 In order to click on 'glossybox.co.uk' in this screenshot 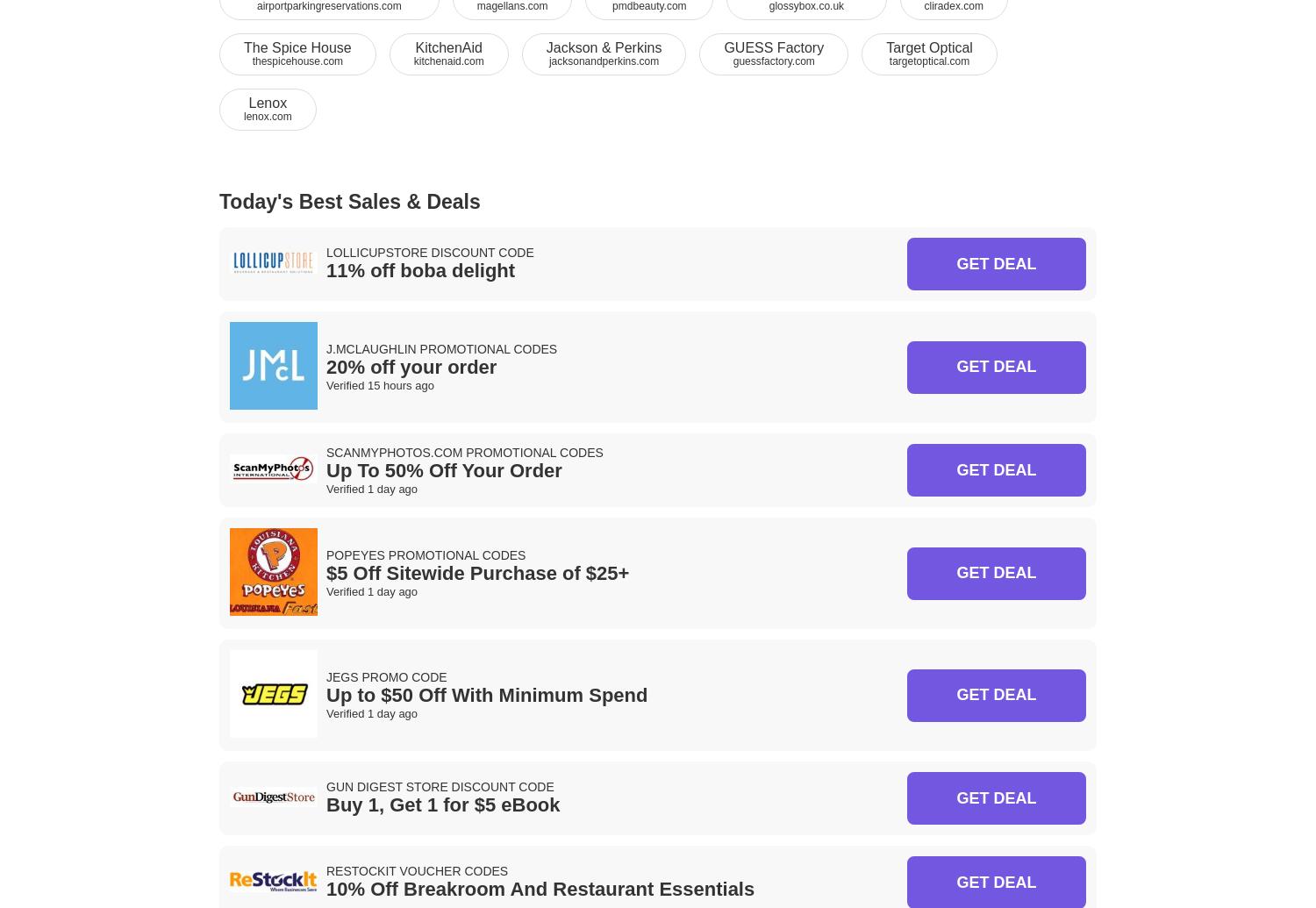, I will do `click(806, 6)`.